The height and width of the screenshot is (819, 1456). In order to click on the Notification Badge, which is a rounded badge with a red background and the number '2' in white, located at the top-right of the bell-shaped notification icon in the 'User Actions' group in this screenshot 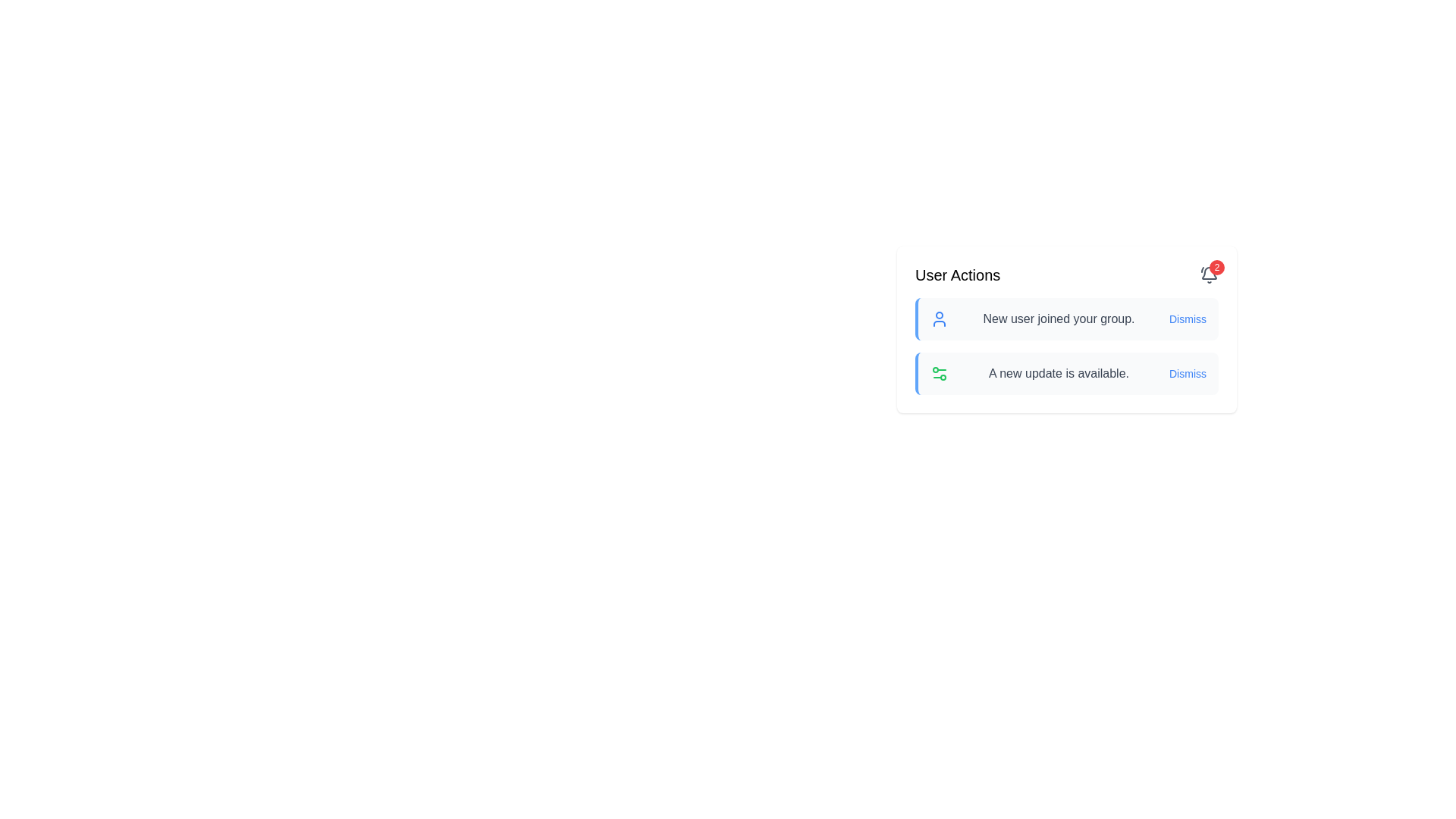, I will do `click(1208, 275)`.